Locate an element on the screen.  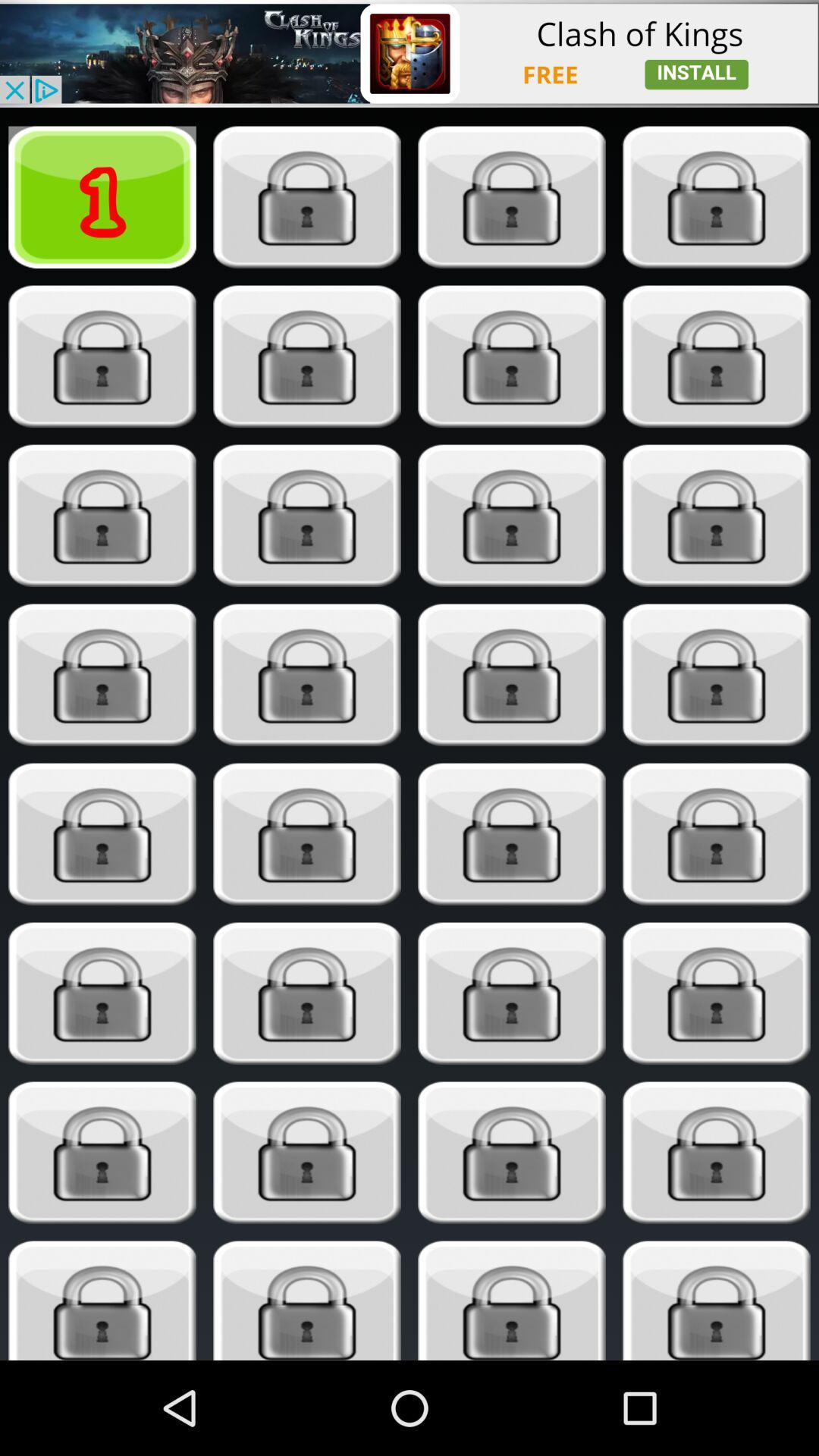
unlock item is located at coordinates (717, 674).